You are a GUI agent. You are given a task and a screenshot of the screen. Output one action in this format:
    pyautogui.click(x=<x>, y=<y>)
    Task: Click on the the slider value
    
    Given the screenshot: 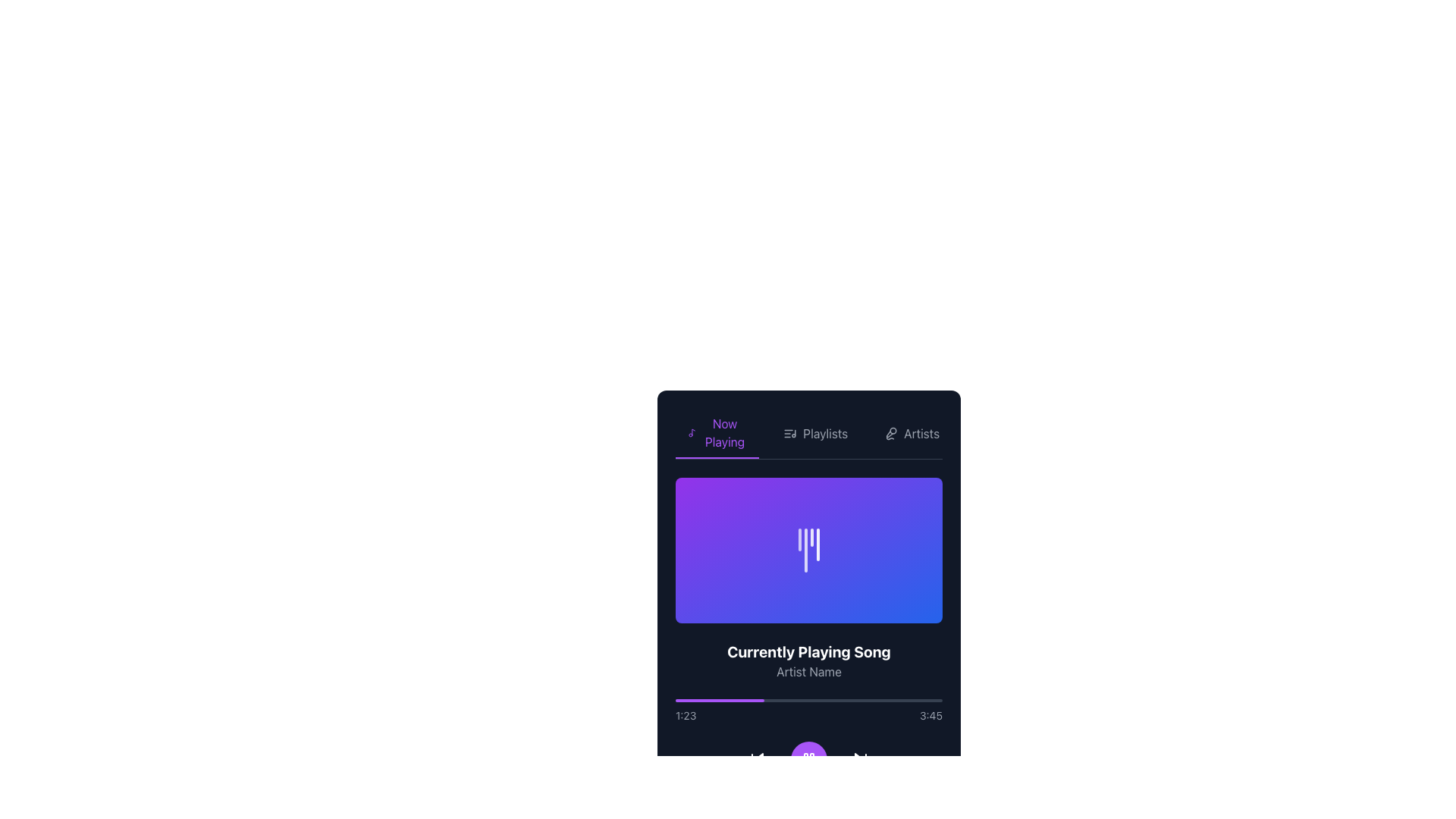 What is the action you would take?
    pyautogui.click(x=830, y=803)
    